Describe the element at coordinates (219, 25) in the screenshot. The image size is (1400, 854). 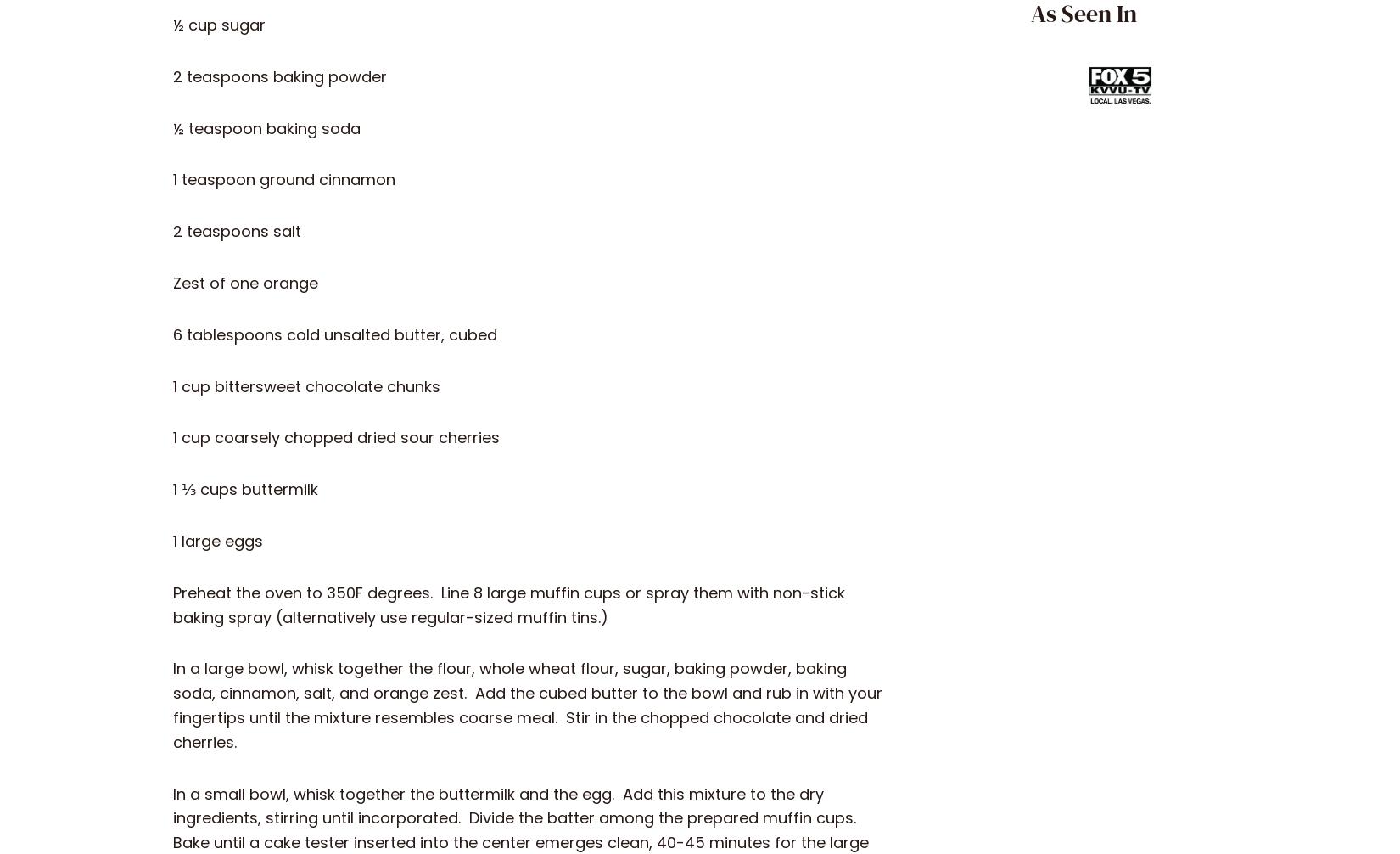
I see `'½ cup sugar'` at that location.